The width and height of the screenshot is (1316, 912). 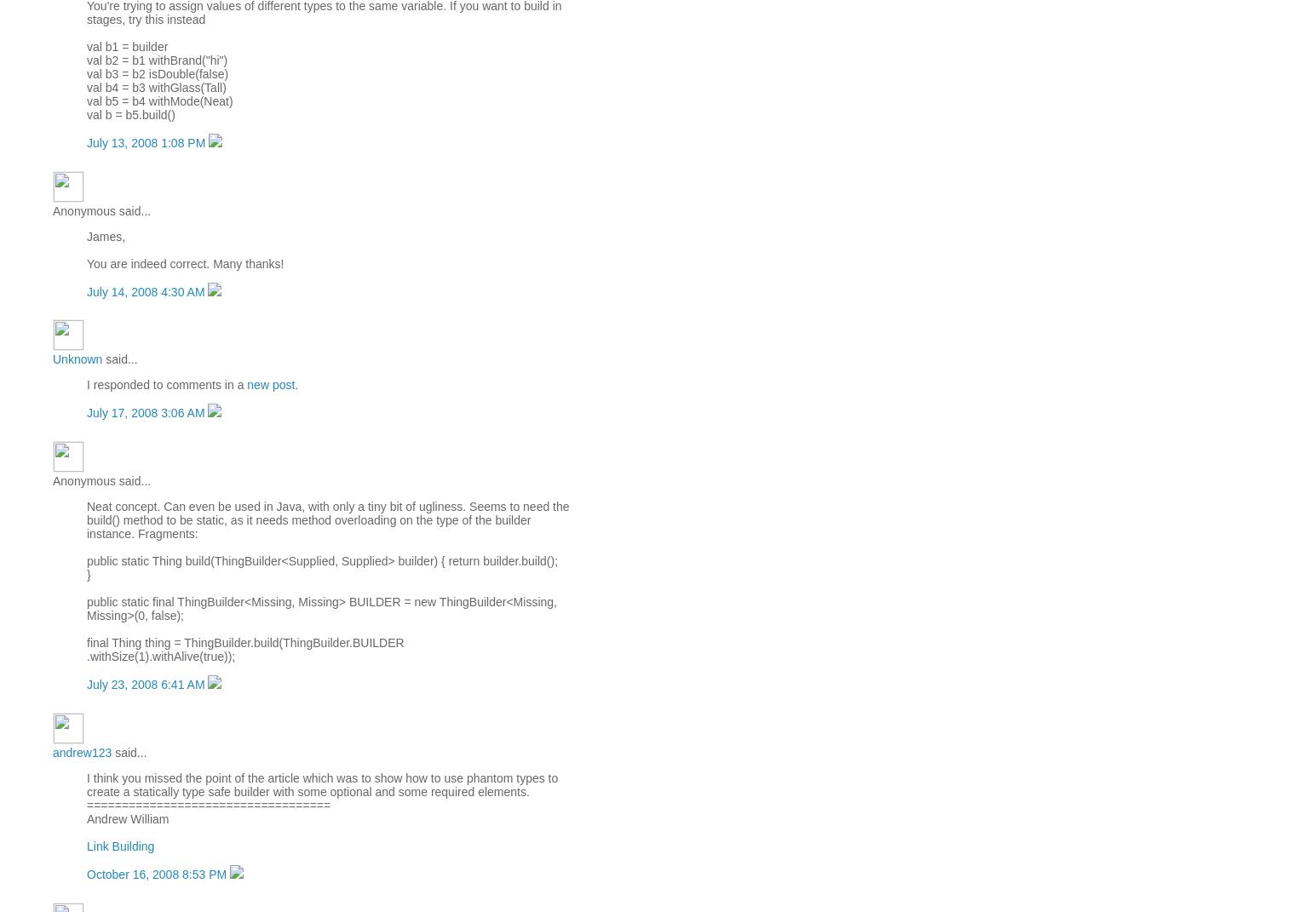 I want to click on 'You are indeed correct. Many thanks!', so click(x=185, y=261).